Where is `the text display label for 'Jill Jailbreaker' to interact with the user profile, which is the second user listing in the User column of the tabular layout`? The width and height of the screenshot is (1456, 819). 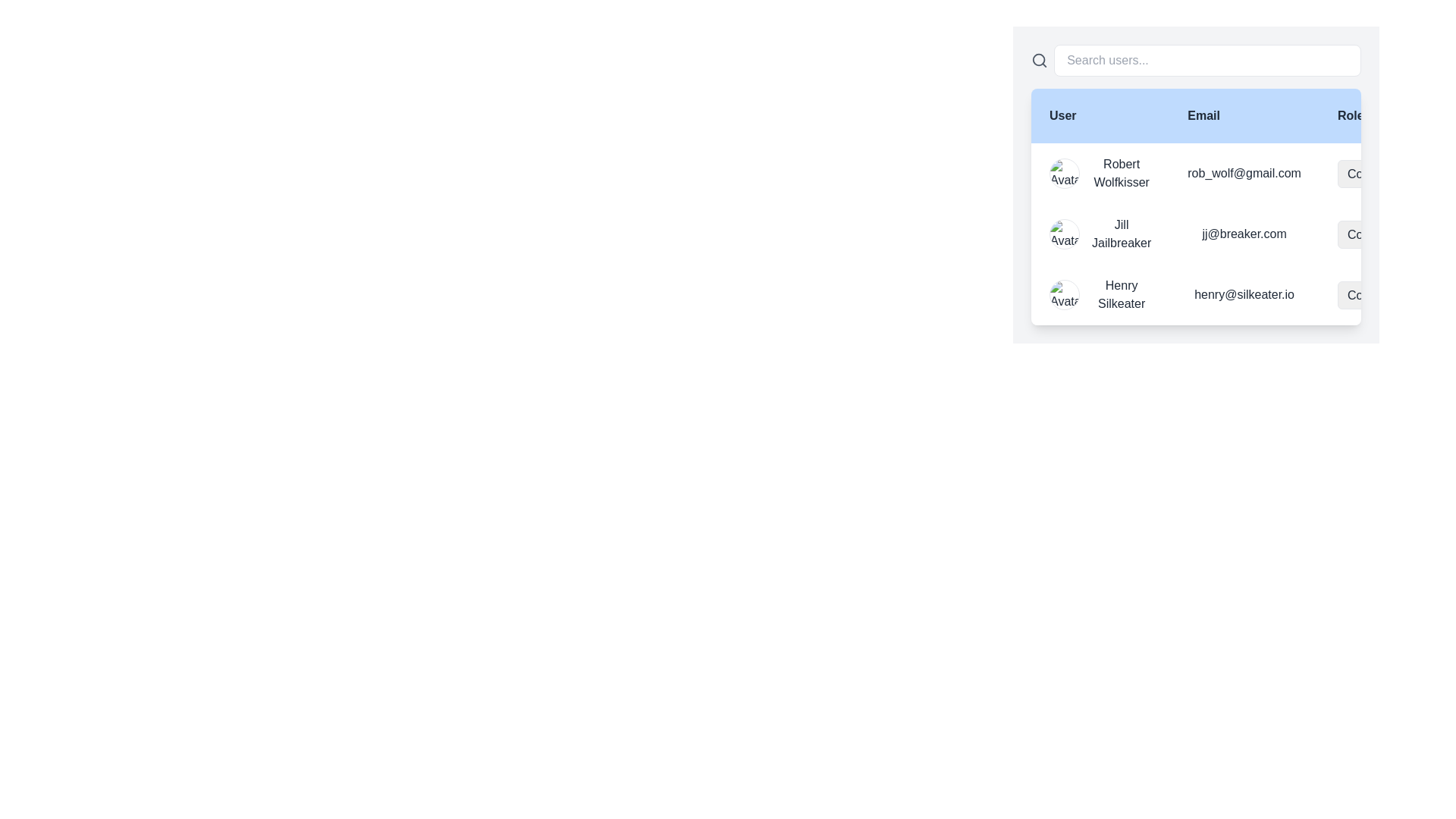 the text display label for 'Jill Jailbreaker' to interact with the user profile, which is the second user listing in the User column of the tabular layout is located at coordinates (1100, 234).